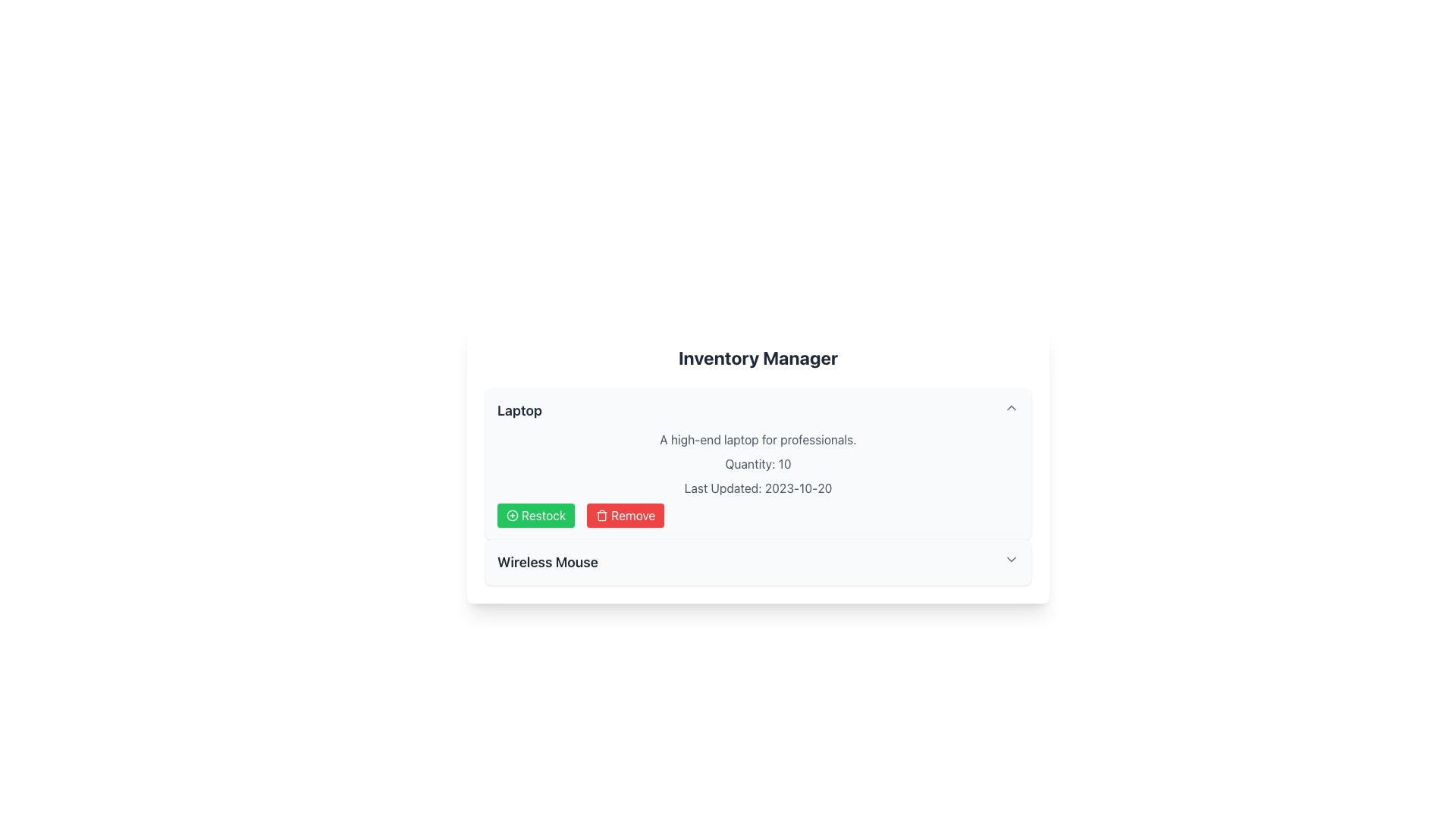  Describe the element at coordinates (513, 514) in the screenshot. I see `the central SVG Circle that serves as the background for the 'add' button with a plus icon, located within the lower section of an inventory item's entry` at that location.